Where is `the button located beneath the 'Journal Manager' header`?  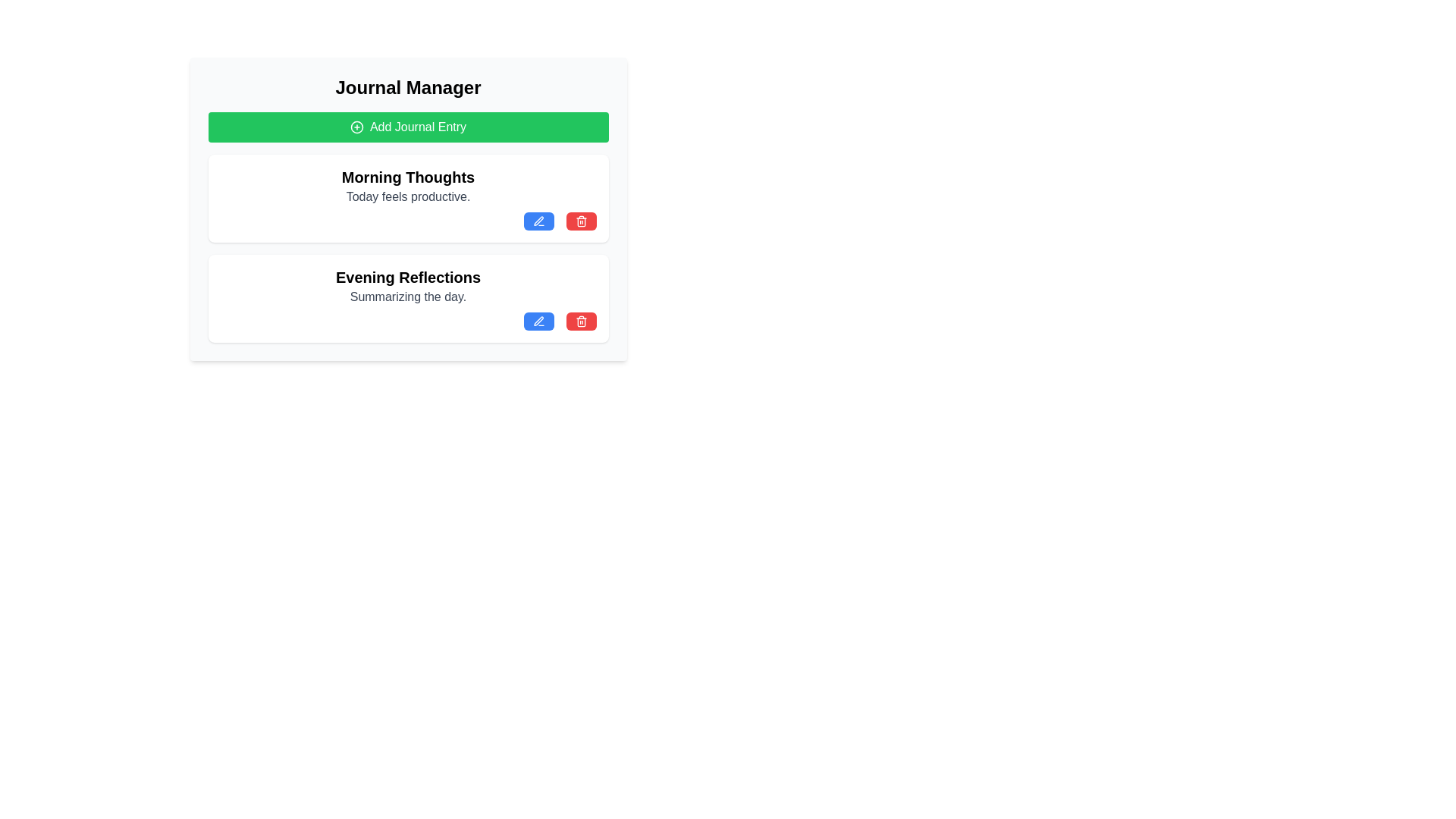
the button located beneath the 'Journal Manager' header is located at coordinates (408, 127).